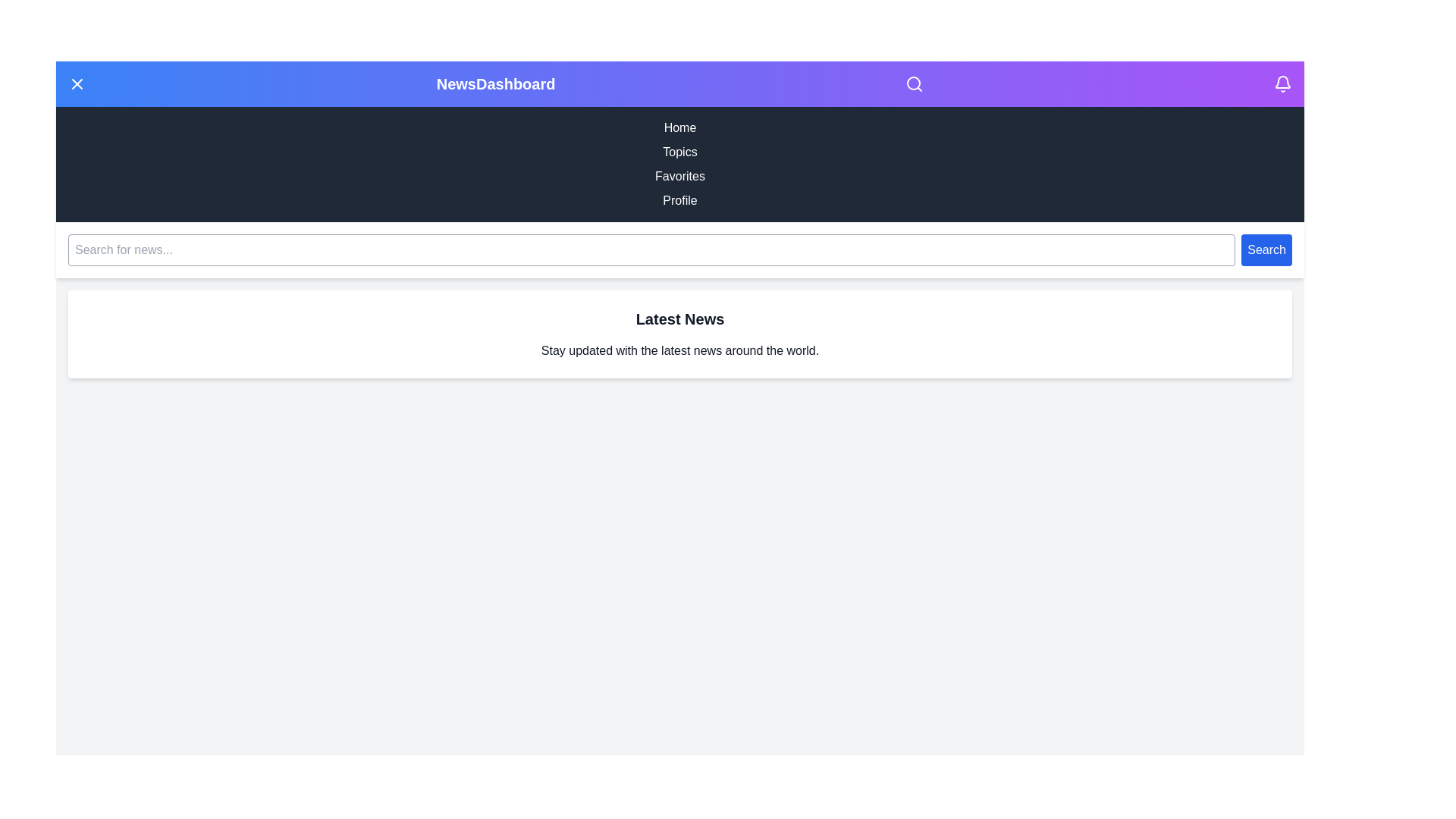  What do you see at coordinates (679, 350) in the screenshot?
I see `the Latest News section to interact with its content` at bounding box center [679, 350].